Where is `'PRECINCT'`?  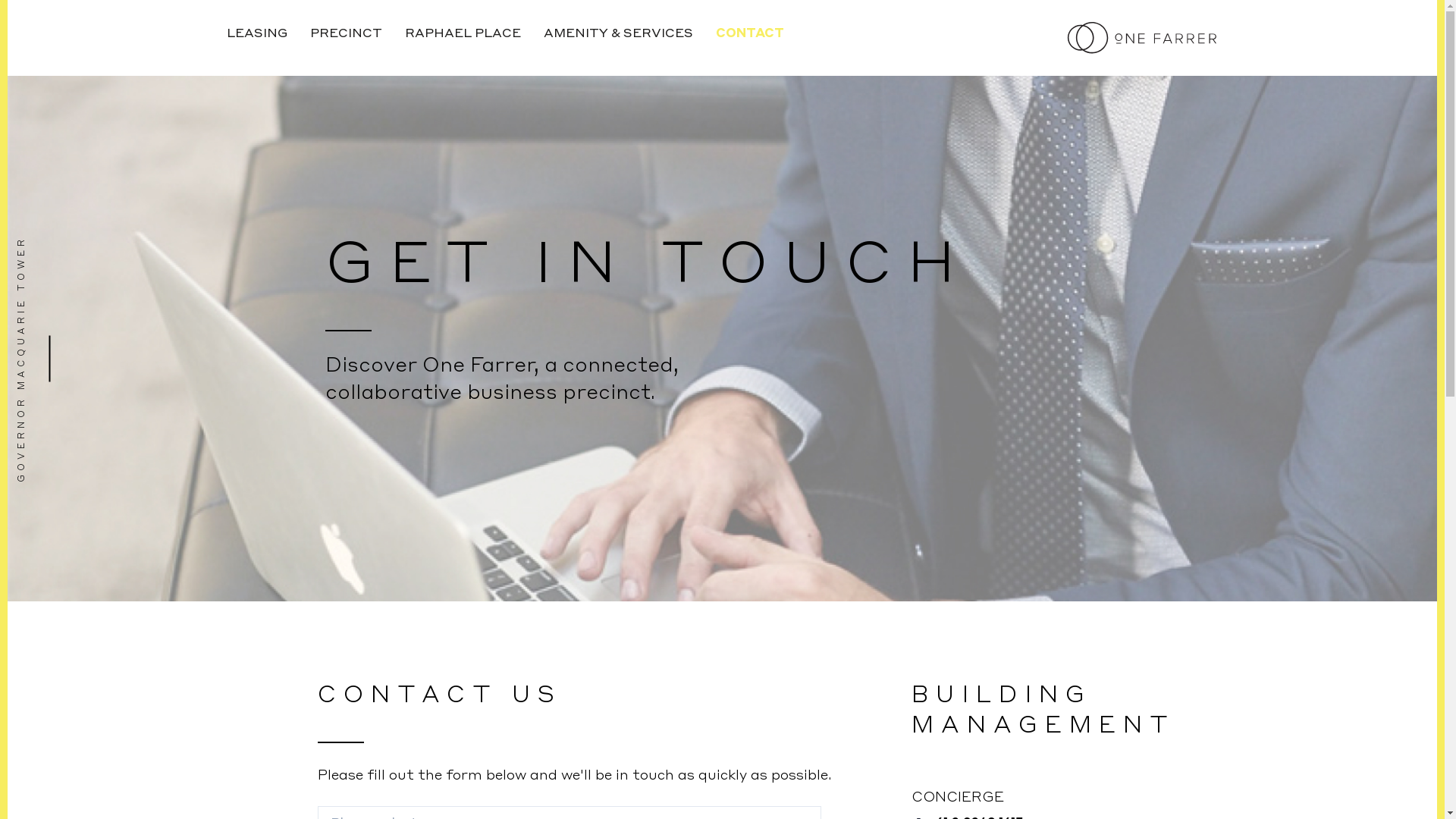
'PRECINCT' is located at coordinates (345, 34).